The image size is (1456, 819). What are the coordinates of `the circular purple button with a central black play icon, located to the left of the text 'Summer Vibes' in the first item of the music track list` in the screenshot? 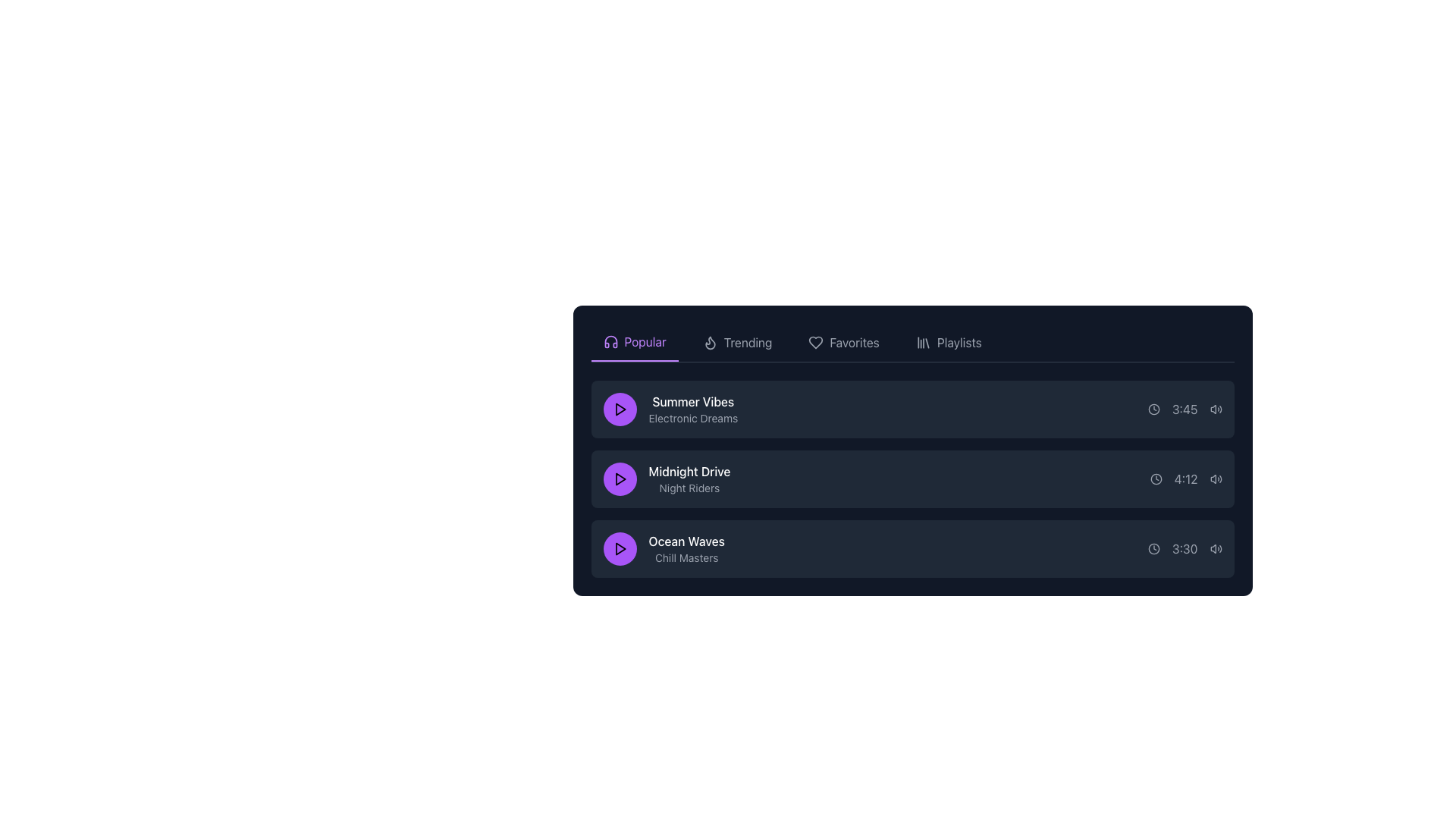 It's located at (620, 409).